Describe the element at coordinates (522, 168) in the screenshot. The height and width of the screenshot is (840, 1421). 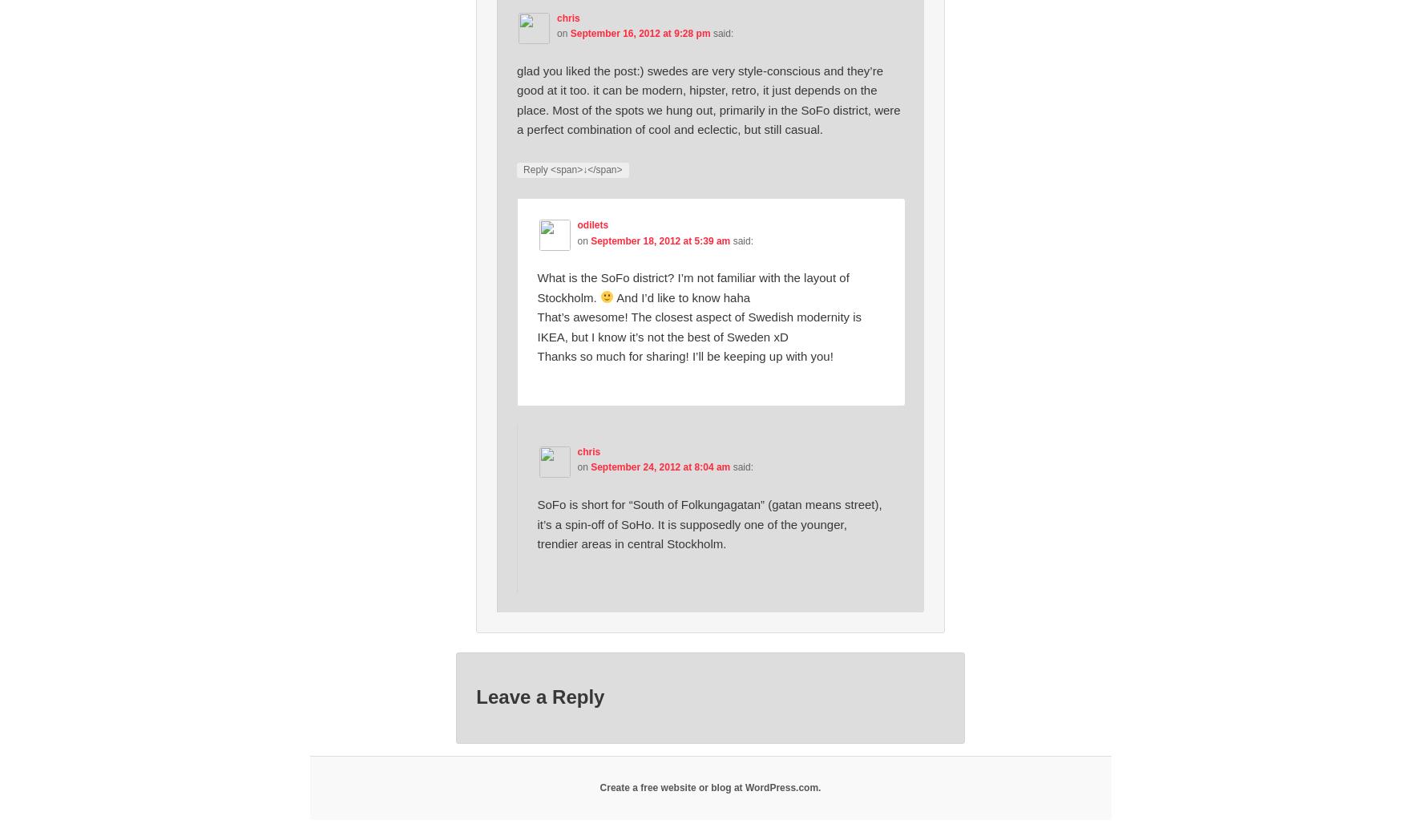
I see `'Reply <span>↓</span>'` at that location.